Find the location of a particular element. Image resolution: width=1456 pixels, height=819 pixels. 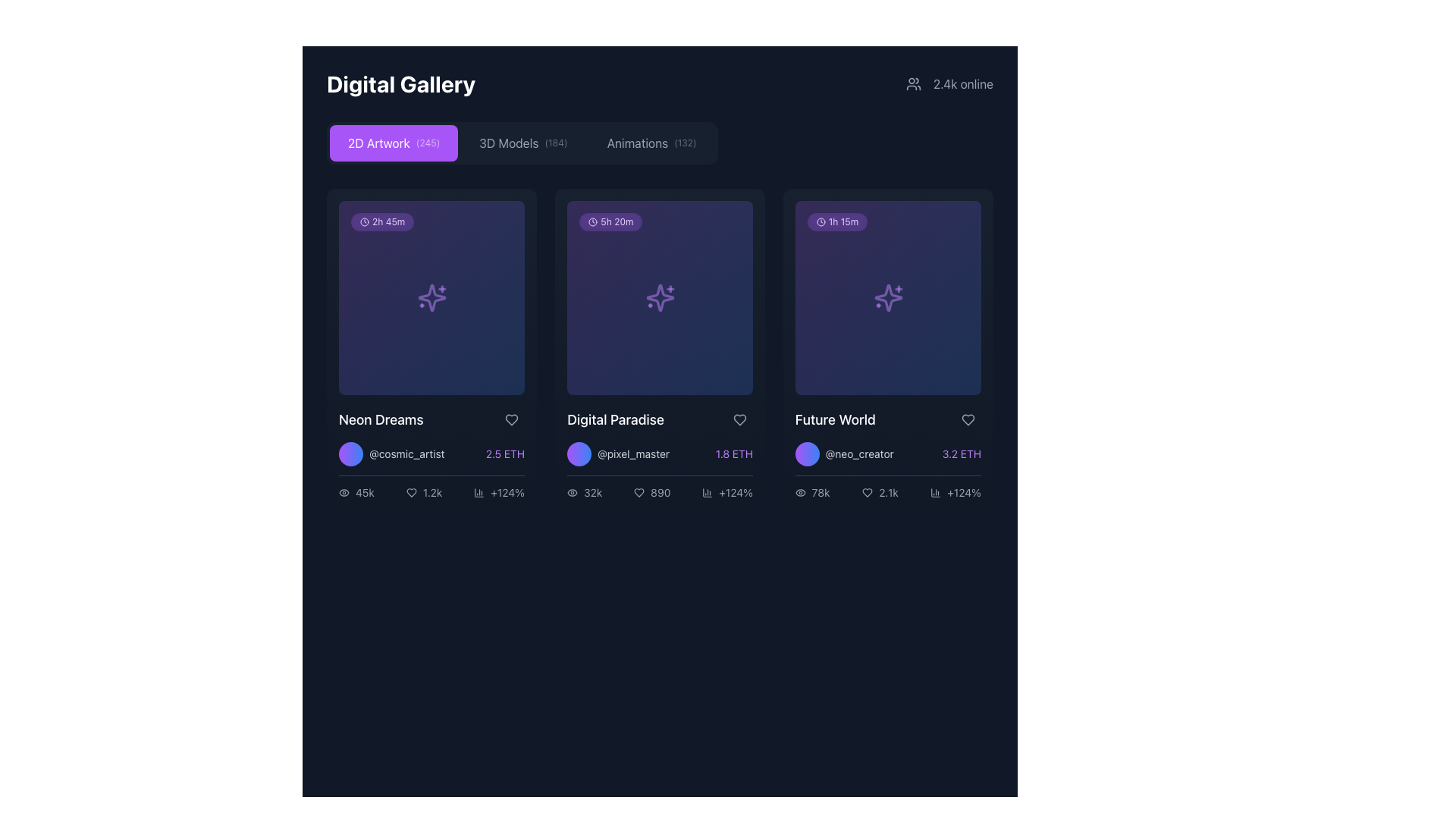

the like button located at the bottom-right corner of the 'Digital Paradise' card to like the item is located at coordinates (739, 420).